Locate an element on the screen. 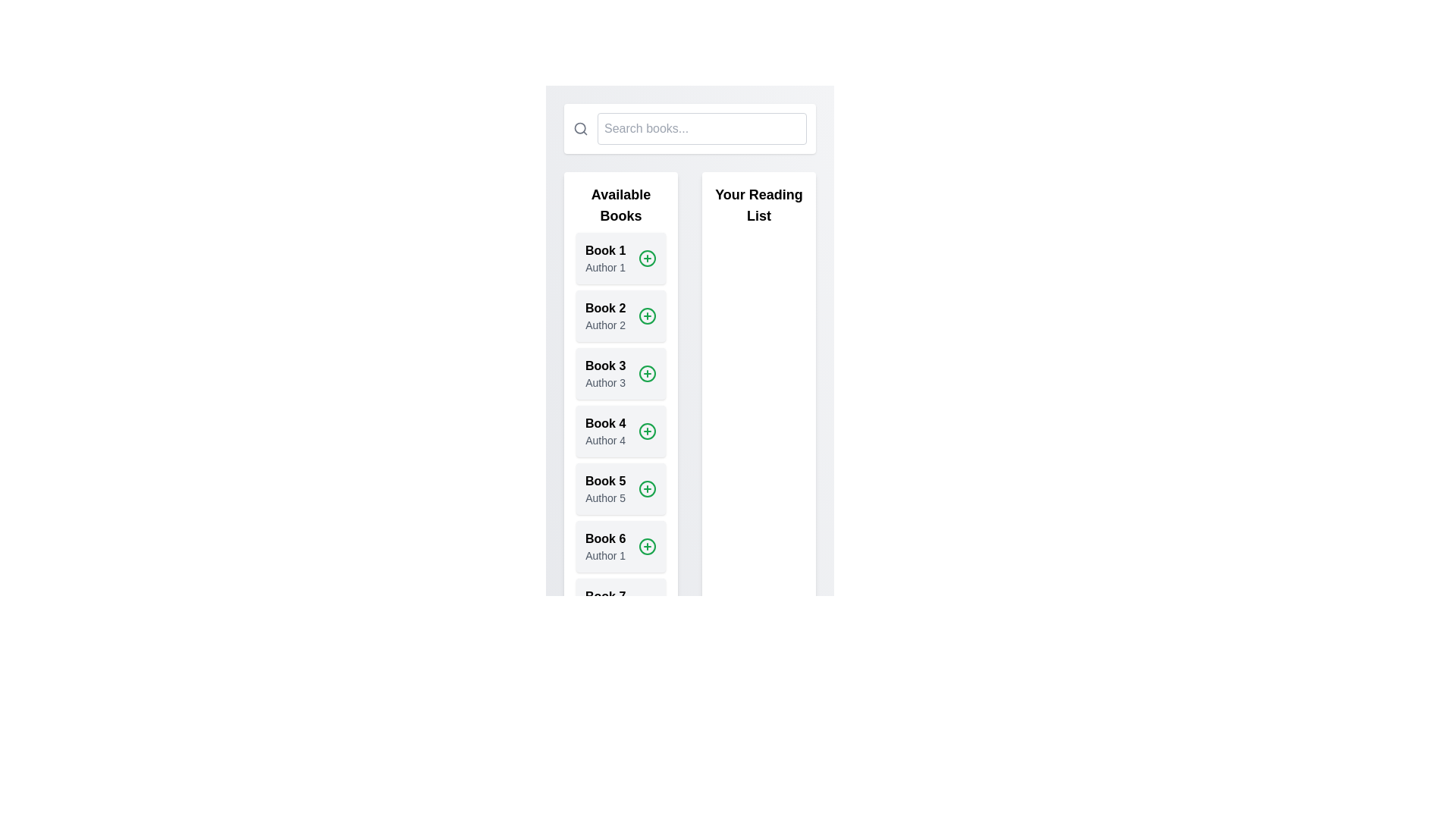 The height and width of the screenshot is (819, 1456). the text label displaying 'Author 1', which is styled in gray and located beneath the title 'Book 6' in the 'Available Books' section is located at coordinates (604, 555).